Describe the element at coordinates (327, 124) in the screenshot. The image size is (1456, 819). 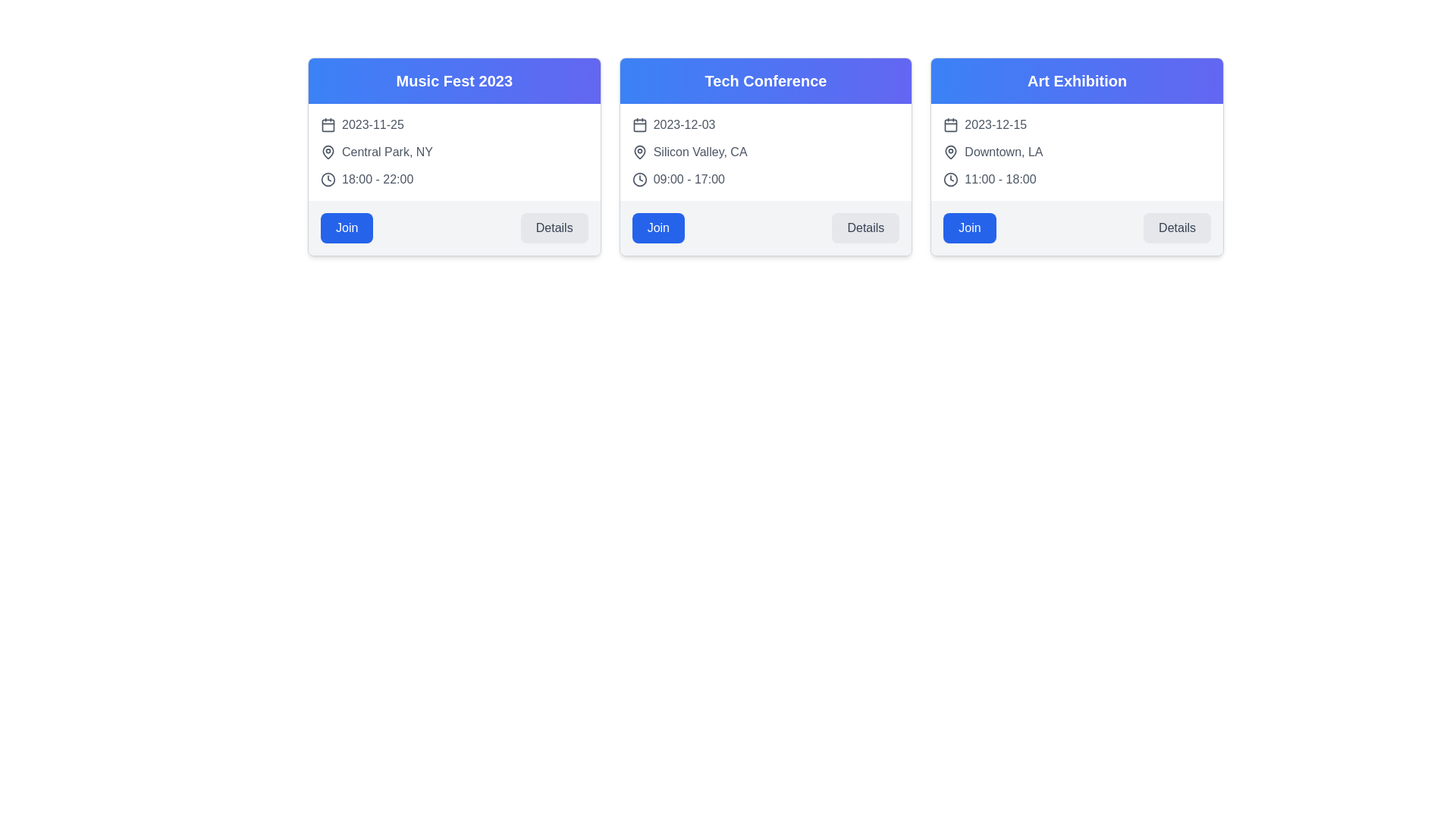
I see `the Icon graphic component, which is a rectangular shape with rounded corners, styled in a neutral color, located within the calendar icon on the left side of the 'Music Fest 2023' event card` at that location.